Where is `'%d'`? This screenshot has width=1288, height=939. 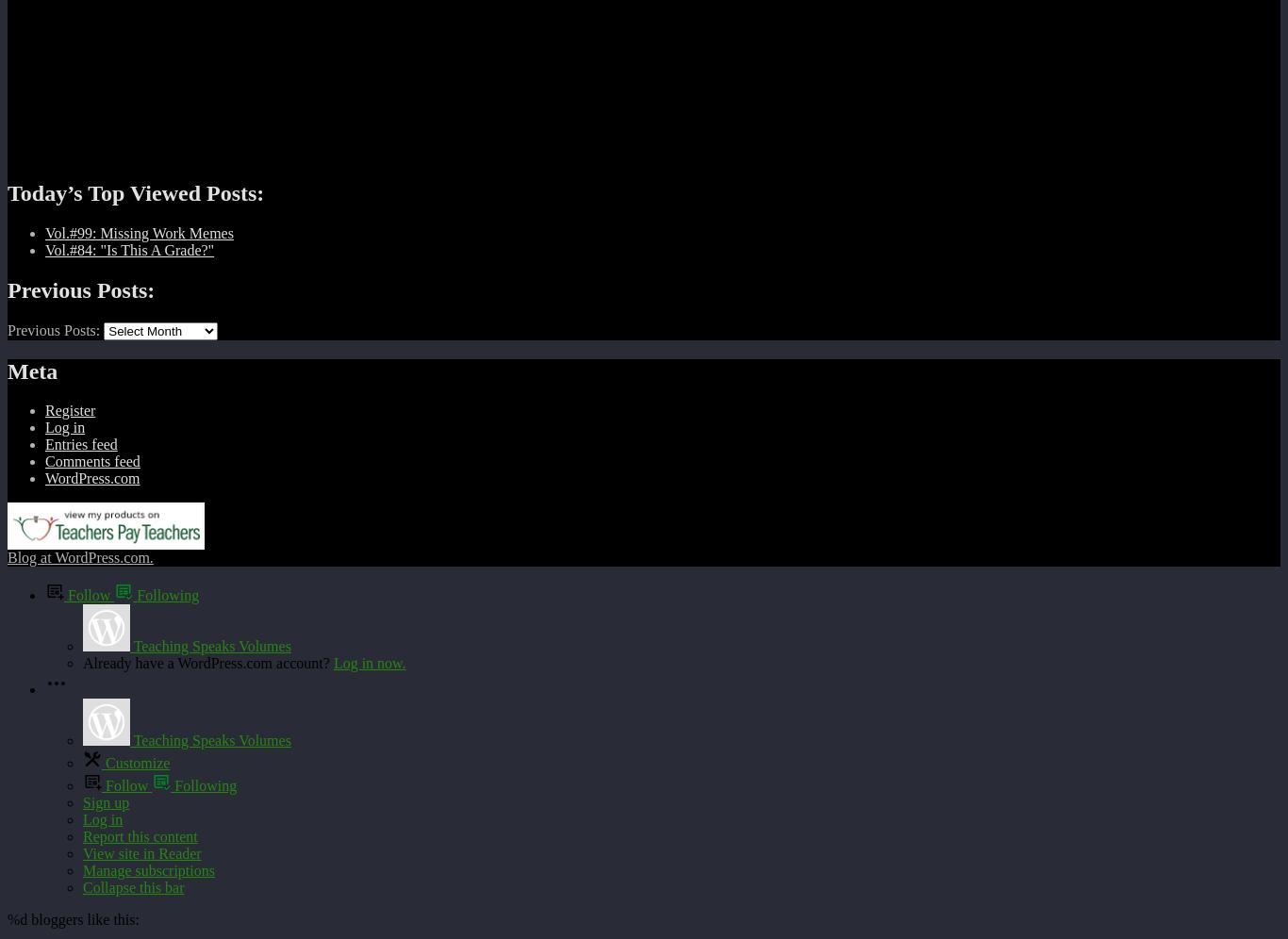
'%d' is located at coordinates (17, 918).